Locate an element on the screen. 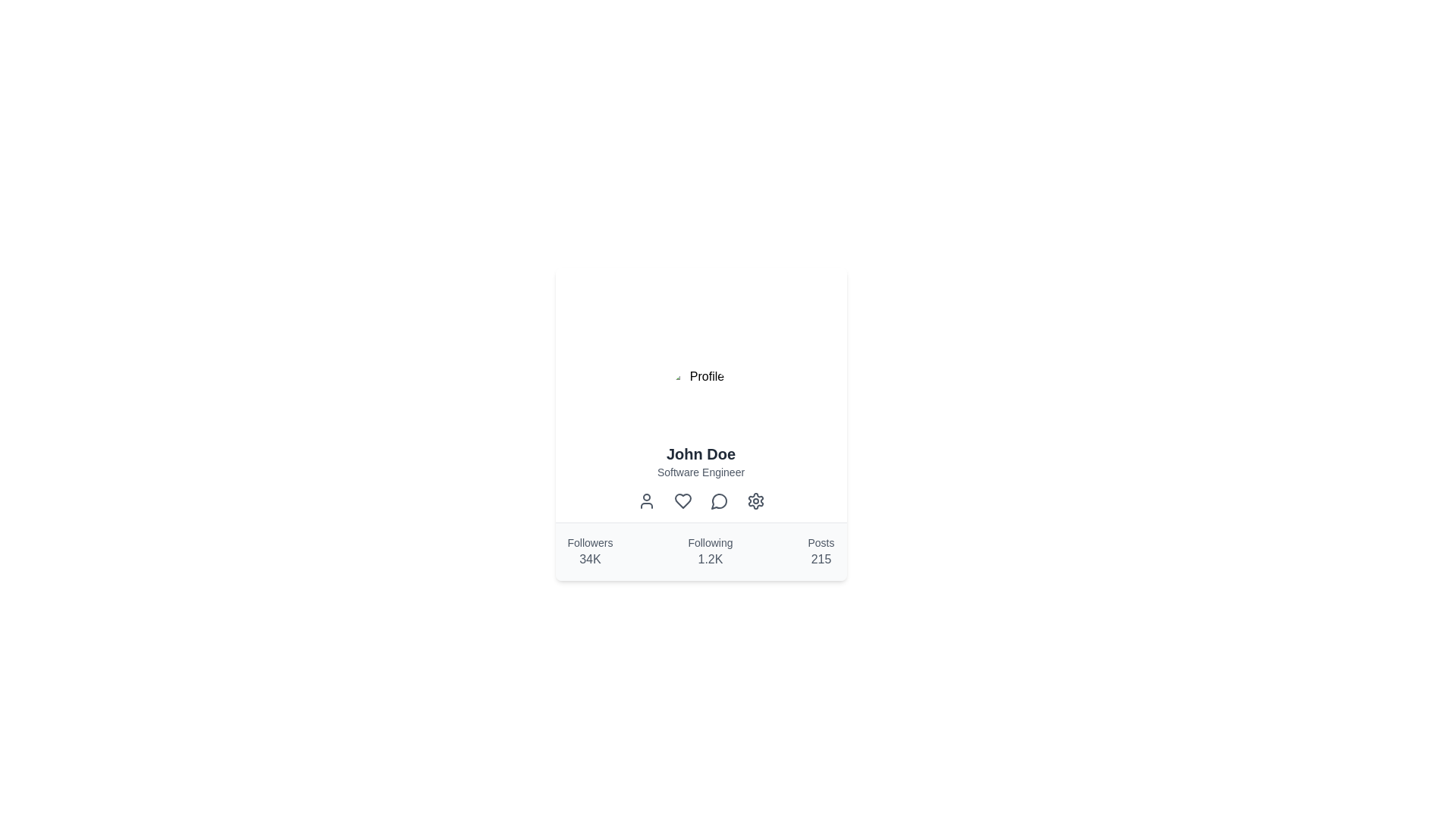  the Text label that indicates the number of entities the user follows, located centrally in the lower part of the card-like interface is located at coordinates (709, 542).